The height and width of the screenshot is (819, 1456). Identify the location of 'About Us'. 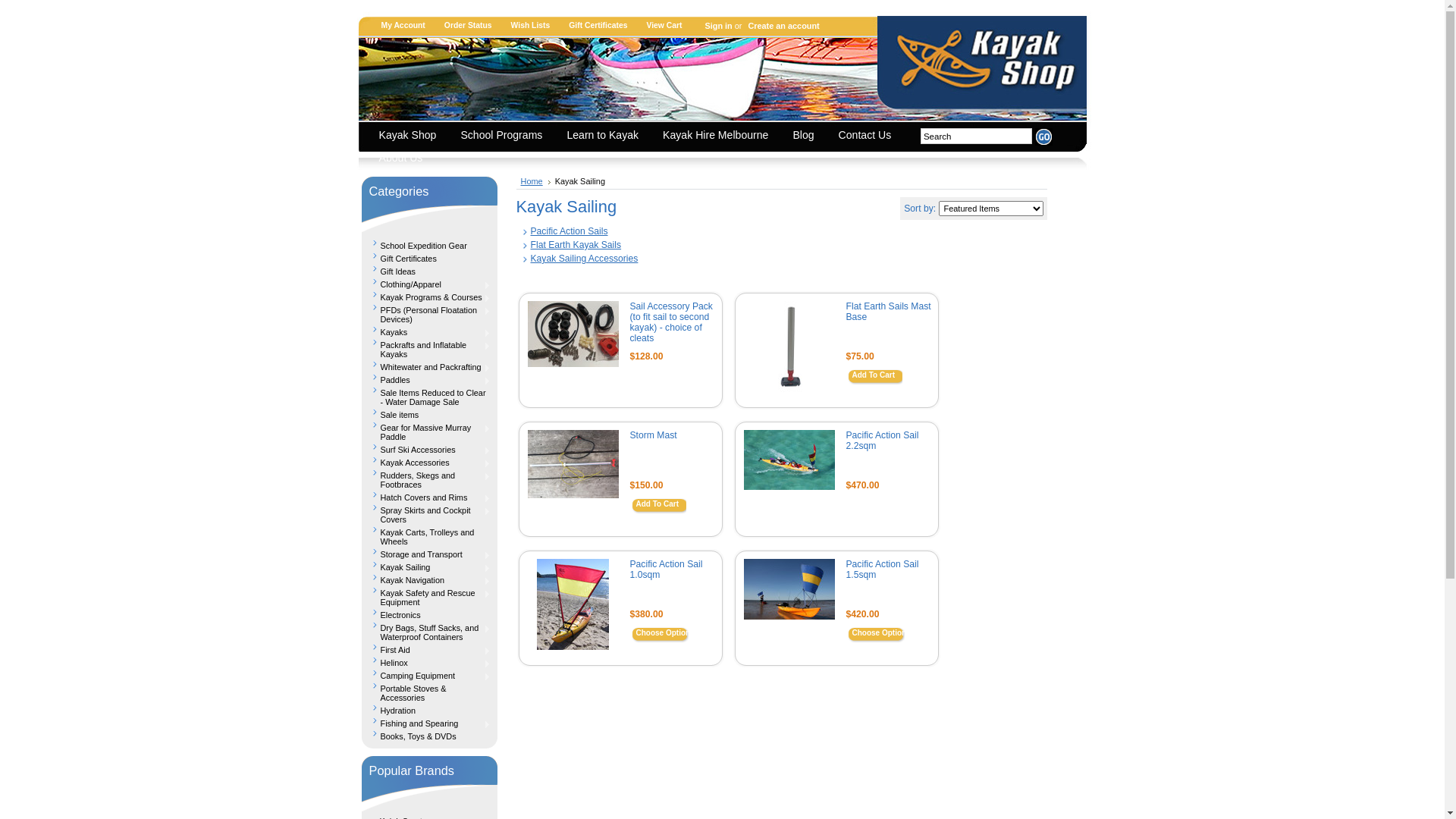
(404, 158).